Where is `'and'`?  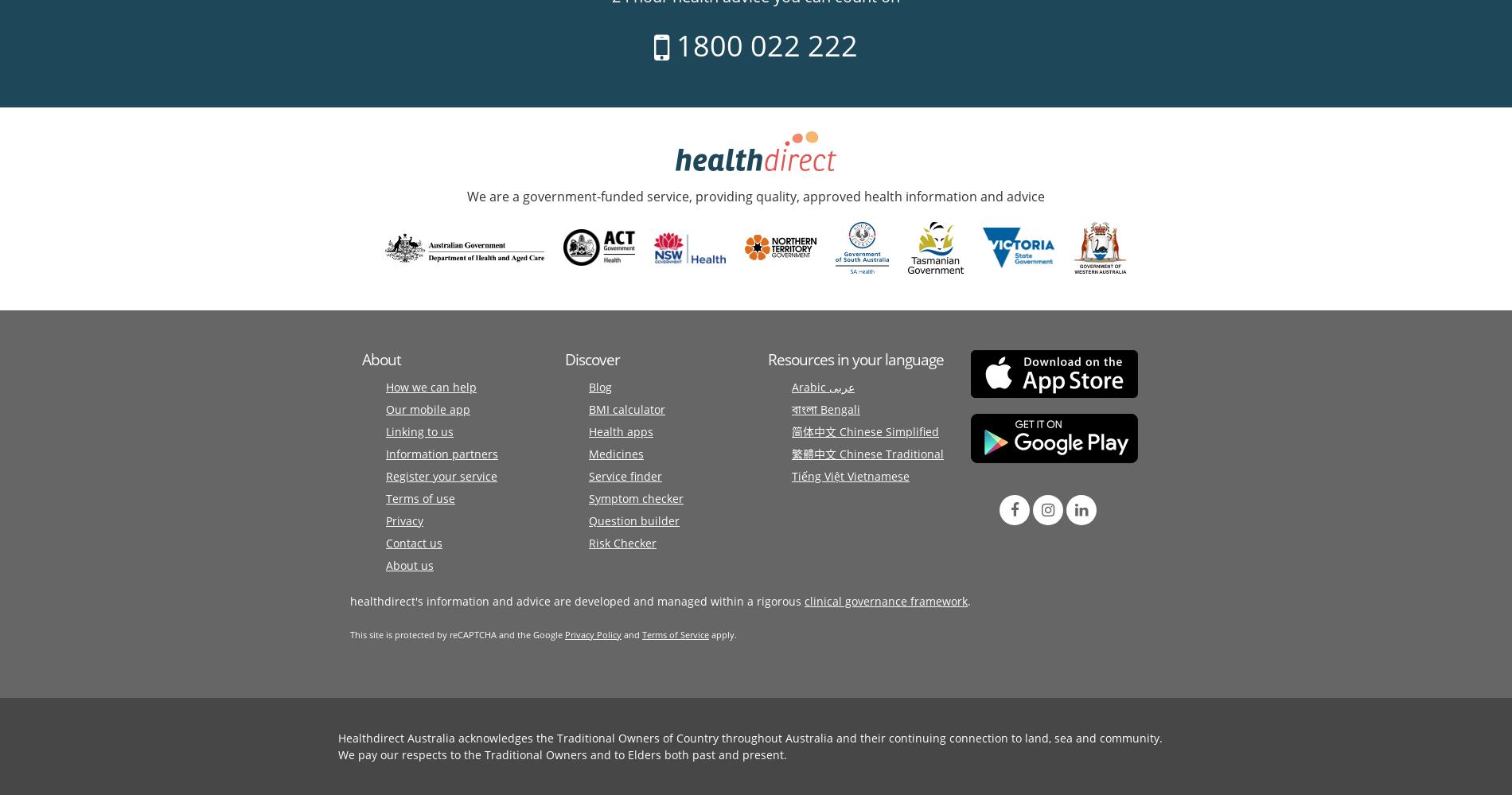
'and' is located at coordinates (631, 633).